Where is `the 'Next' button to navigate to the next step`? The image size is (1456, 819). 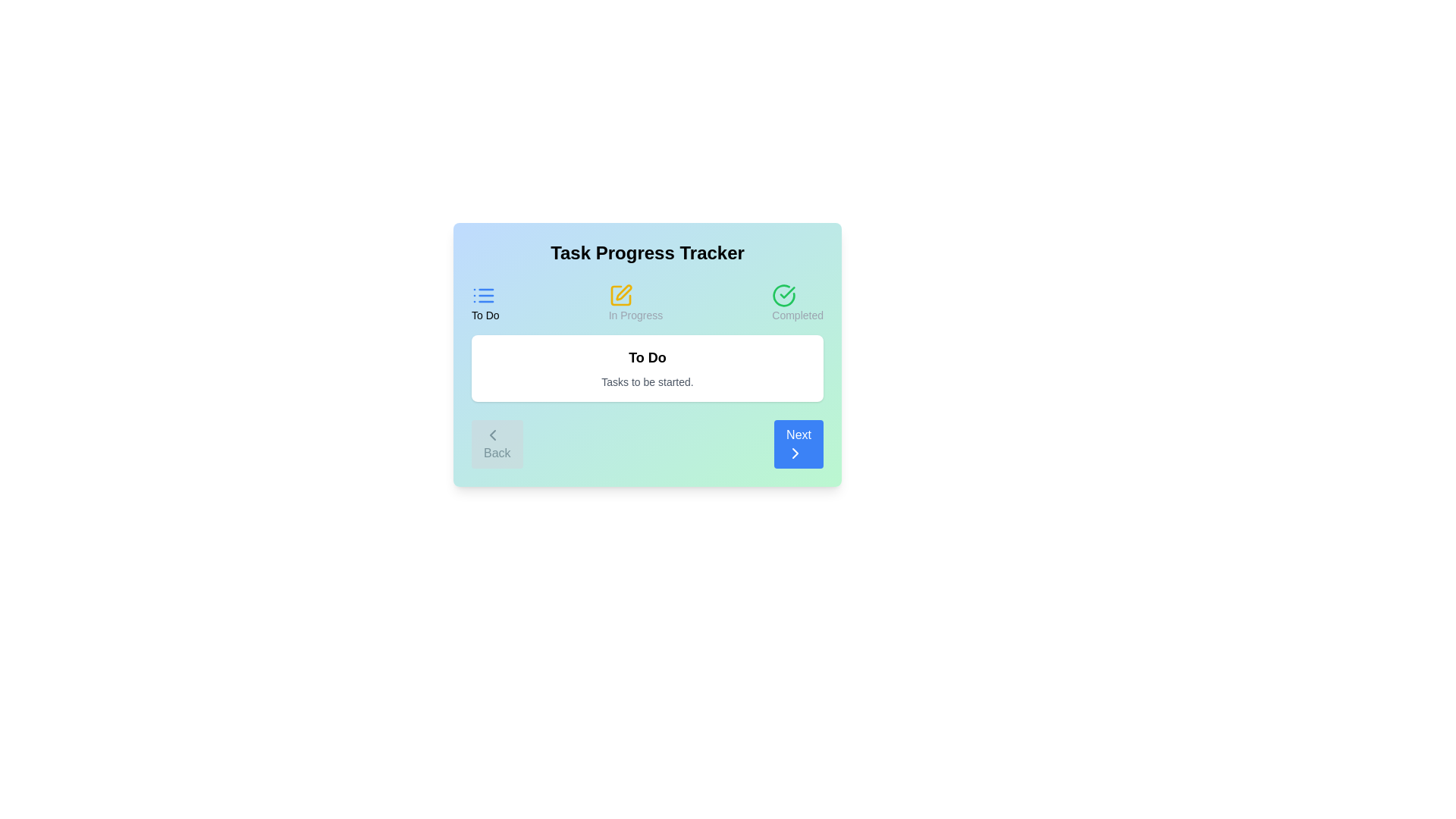 the 'Next' button to navigate to the next step is located at coordinates (797, 444).